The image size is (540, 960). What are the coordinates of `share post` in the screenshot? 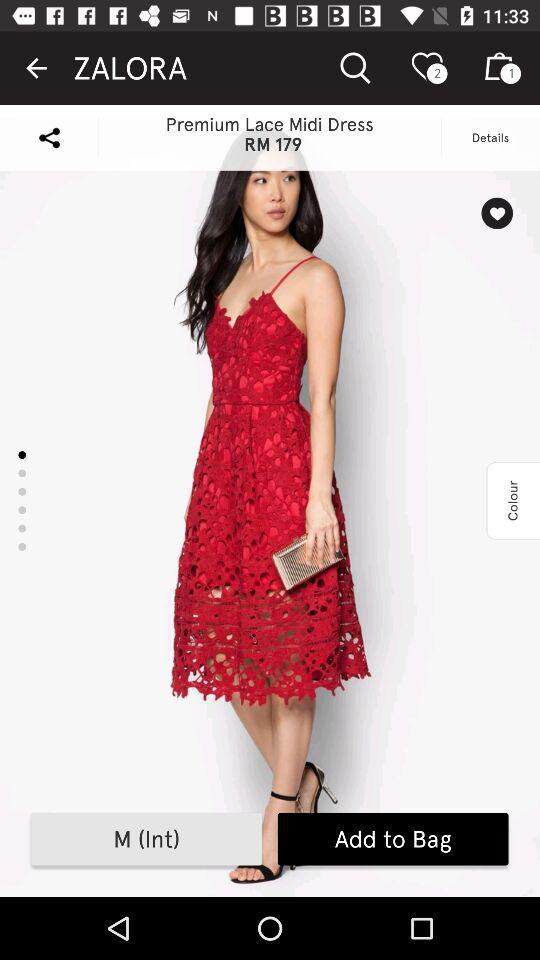 It's located at (49, 136).